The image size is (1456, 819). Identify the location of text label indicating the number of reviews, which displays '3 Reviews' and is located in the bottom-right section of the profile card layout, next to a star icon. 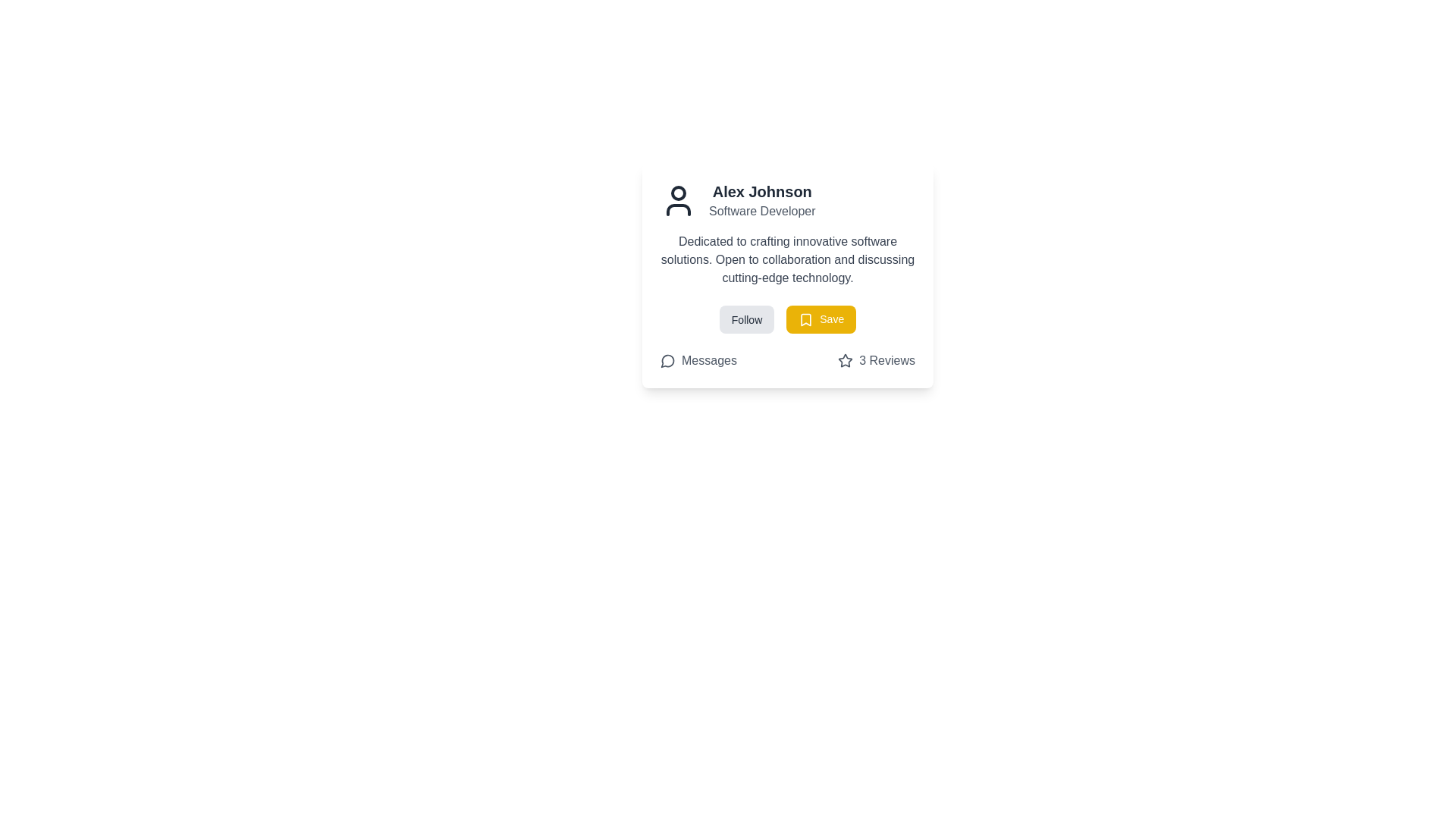
(887, 361).